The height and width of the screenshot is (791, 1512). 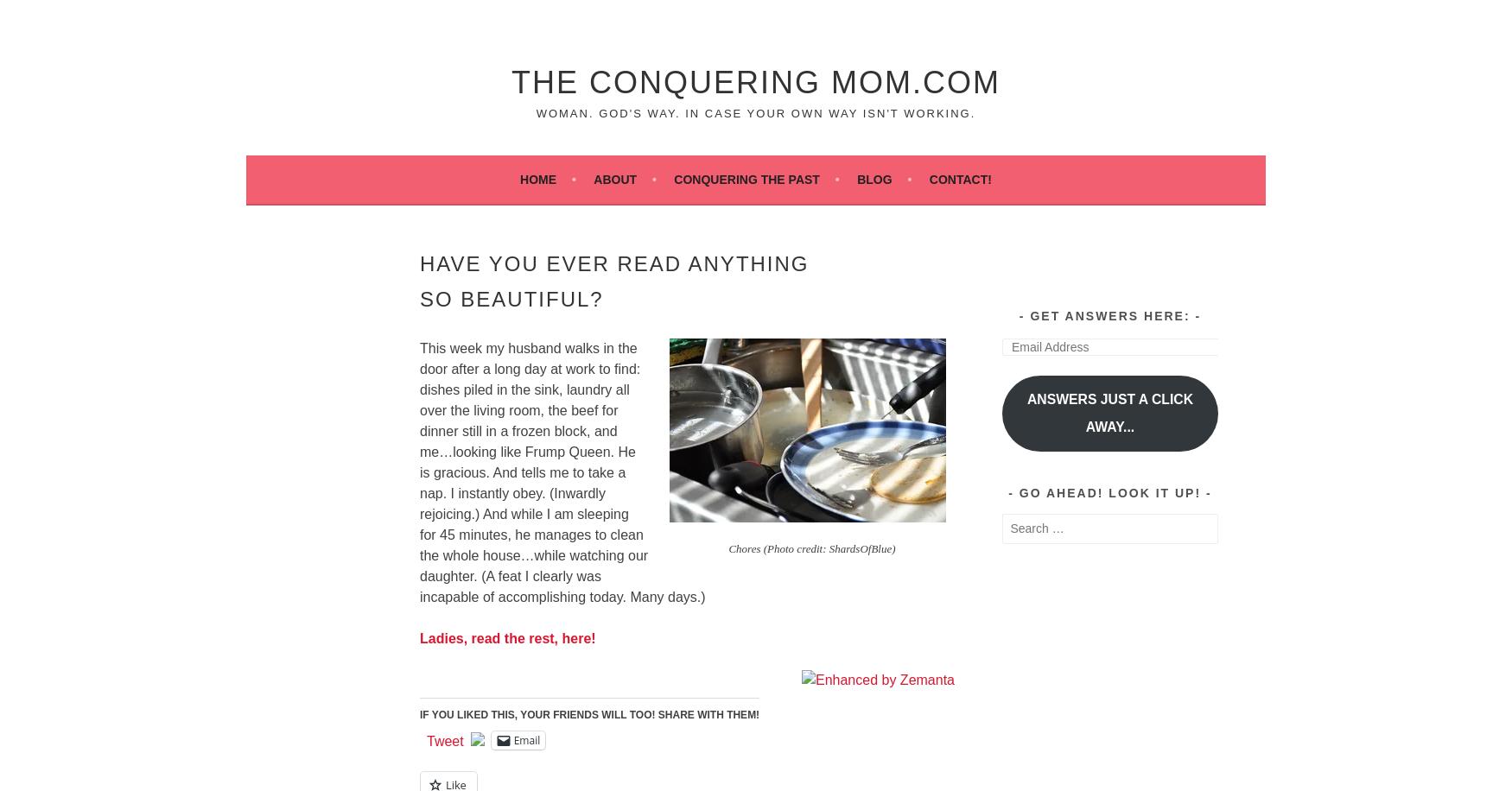 I want to click on 'Have You Ever Read Anything So Beautiful?', so click(x=614, y=279).